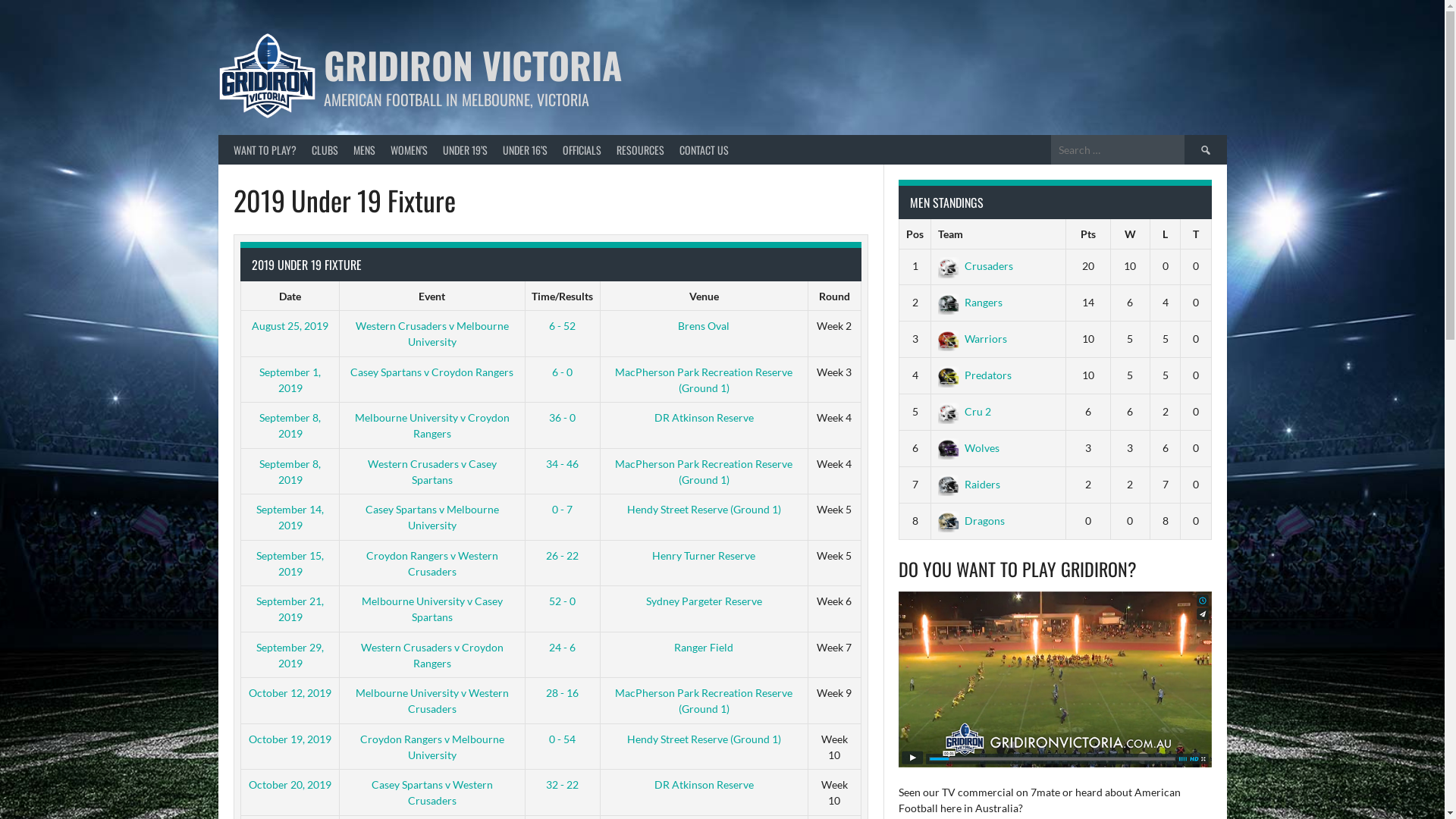  What do you see at coordinates (290, 379) in the screenshot?
I see `'September 1, 2019'` at bounding box center [290, 379].